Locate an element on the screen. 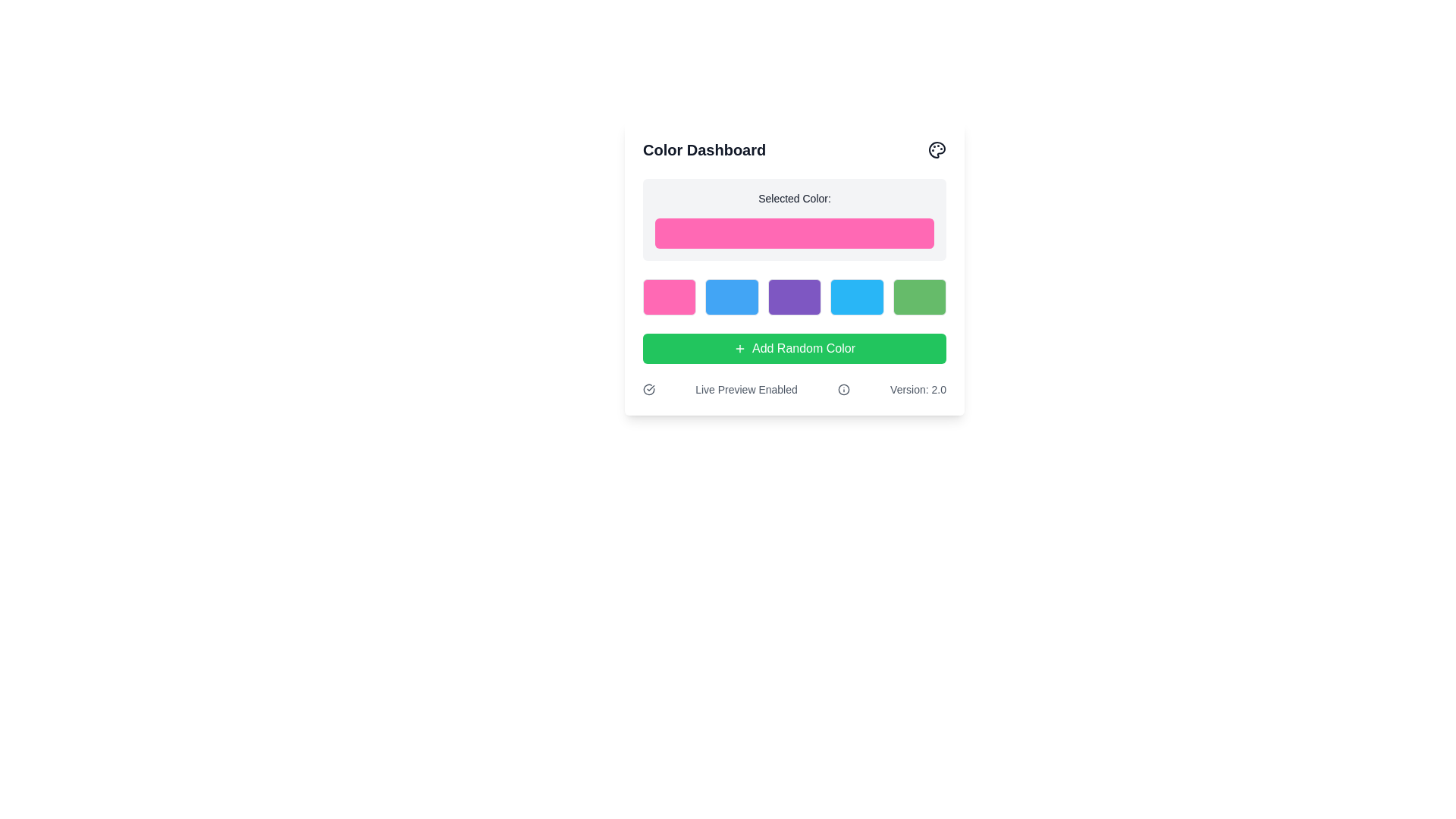 The height and width of the screenshot is (819, 1456). the circular icon with a checkmark inside, which is styled with a thin black stroke and located to the left of the 'Add Random Color' button is located at coordinates (648, 388).